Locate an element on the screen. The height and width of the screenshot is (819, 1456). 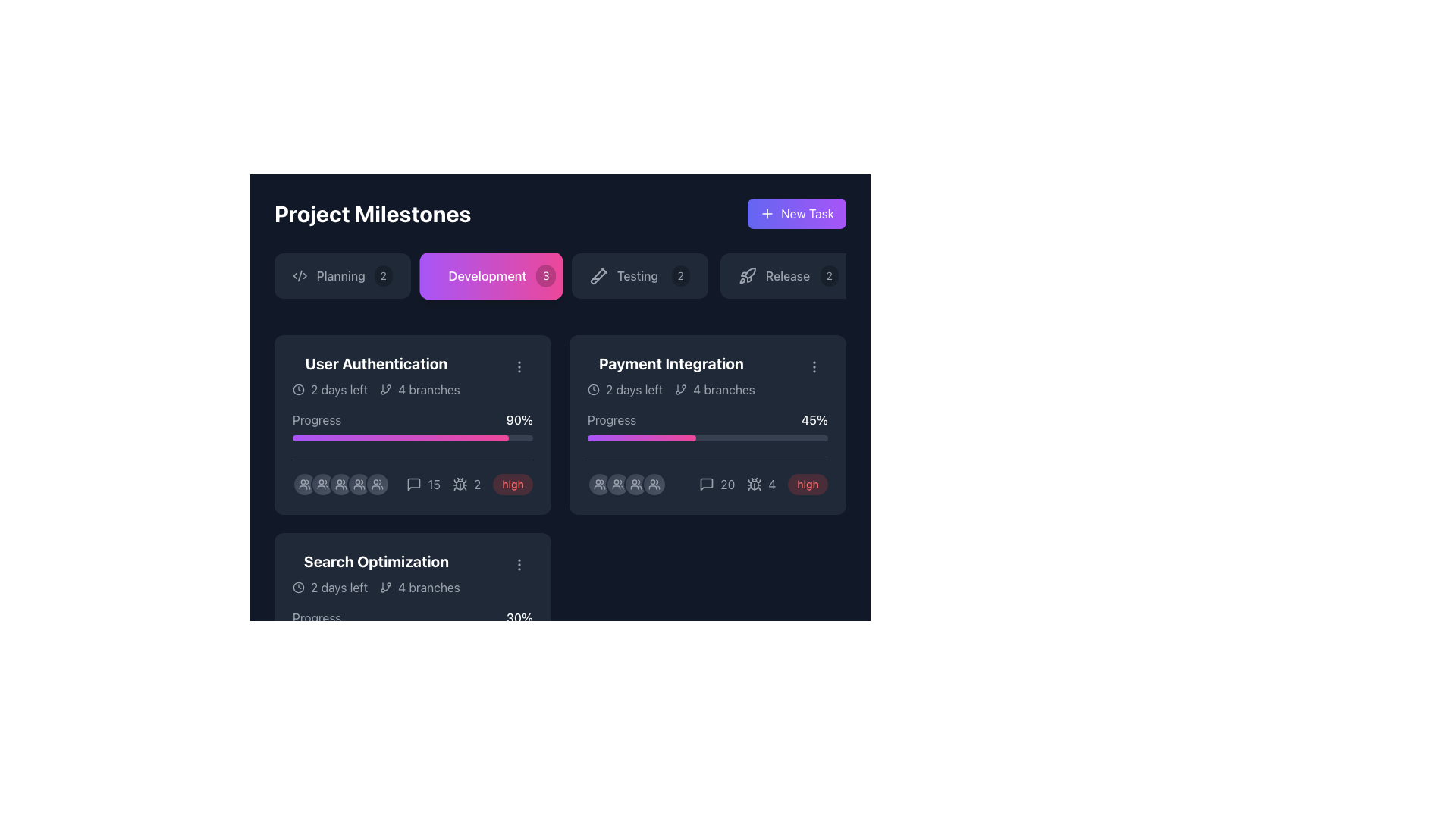
the badge displaying the count of items associated with 'Release', located to the far right within the 'Release' task box, adjacent to the text 'Release' is located at coordinates (828, 275).